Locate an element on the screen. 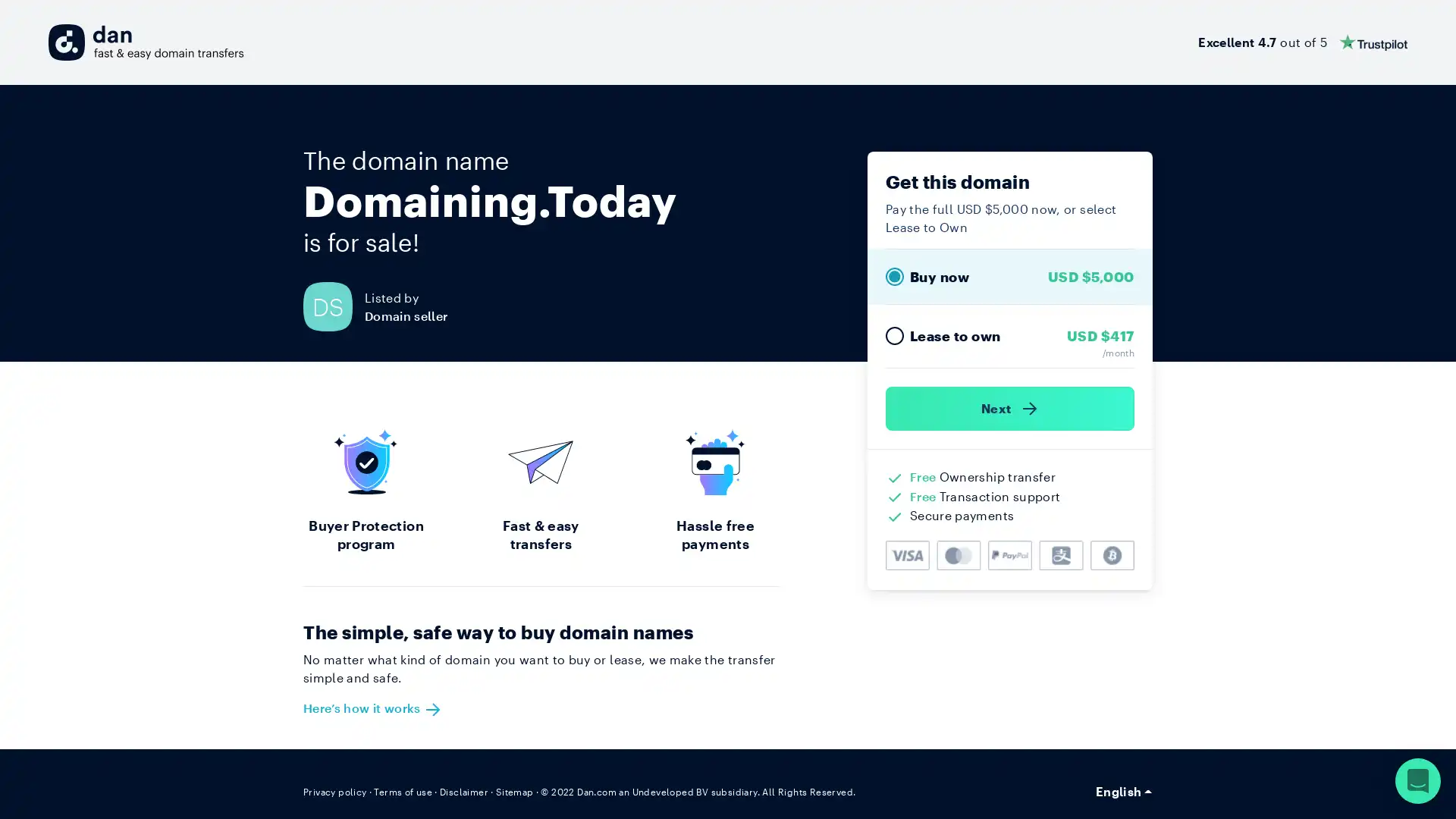 The image size is (1456, 819). Open Intercom Messenger is located at coordinates (1417, 780).